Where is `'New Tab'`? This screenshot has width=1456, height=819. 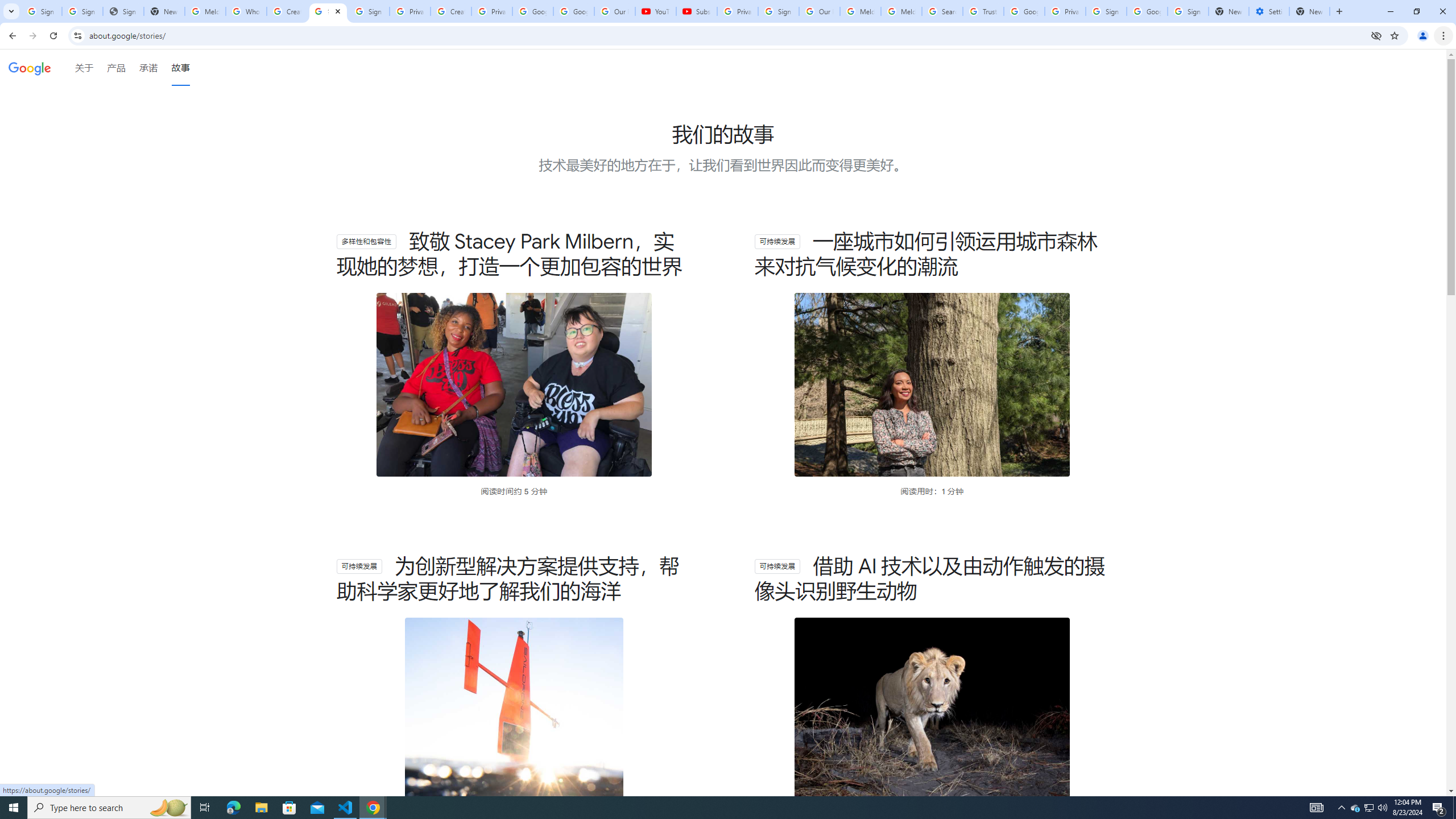
'New Tab' is located at coordinates (1309, 11).